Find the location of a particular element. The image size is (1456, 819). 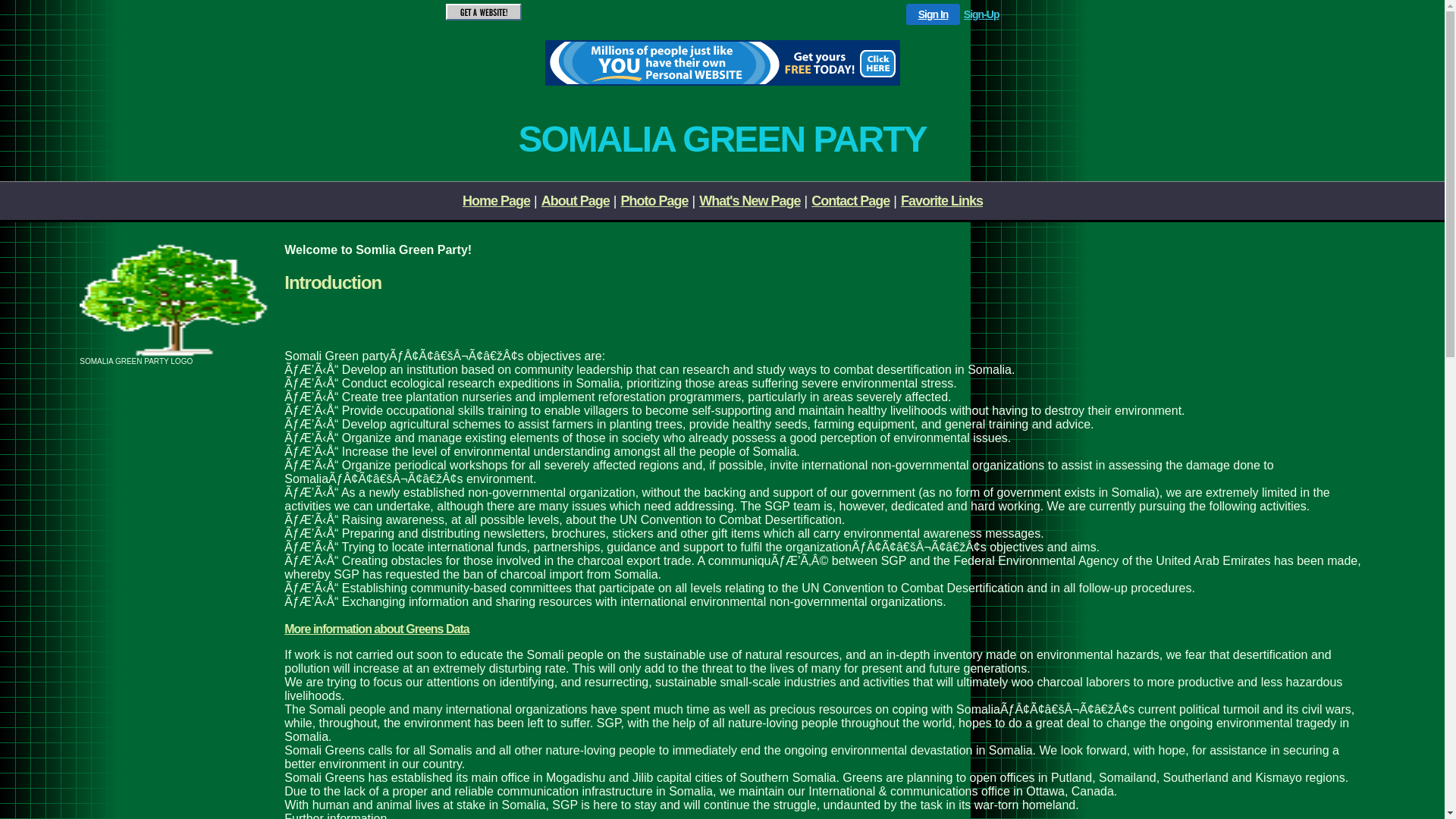

'More information about Greens Data' is located at coordinates (284, 629).